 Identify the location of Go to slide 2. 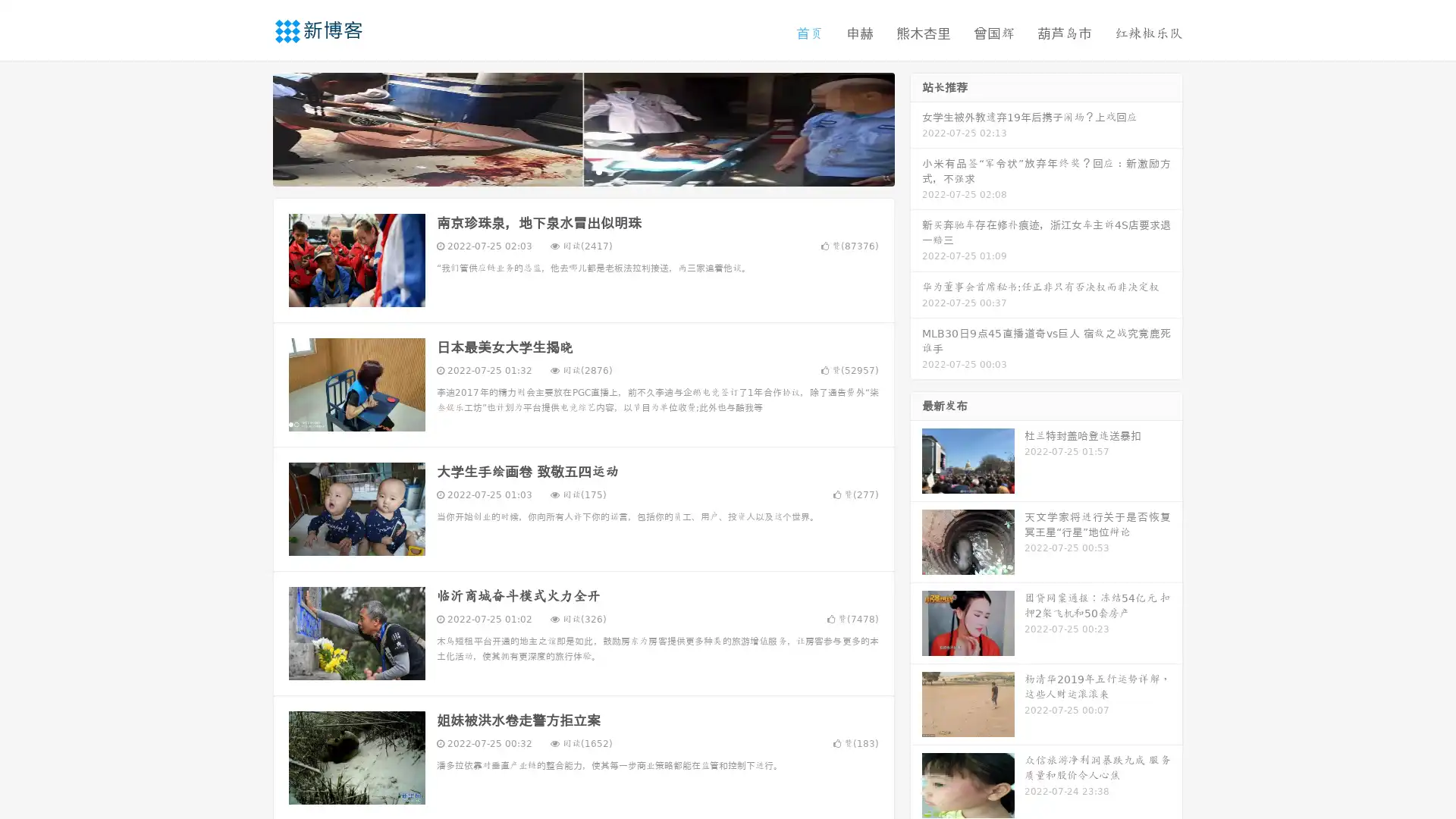
(582, 171).